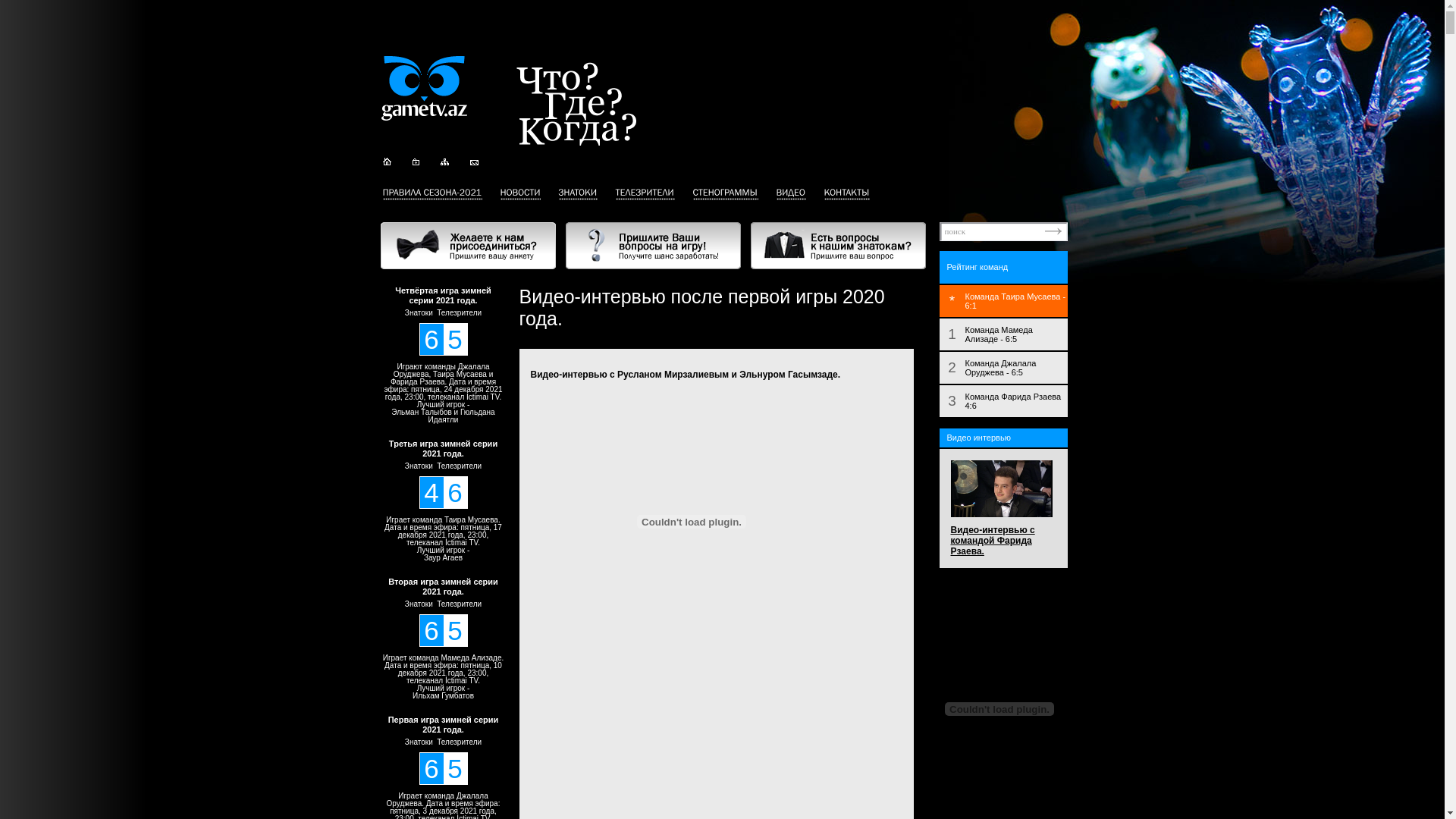 This screenshot has height=819, width=1456. What do you see at coordinates (442, 492) in the screenshot?
I see `'4 6'` at bounding box center [442, 492].